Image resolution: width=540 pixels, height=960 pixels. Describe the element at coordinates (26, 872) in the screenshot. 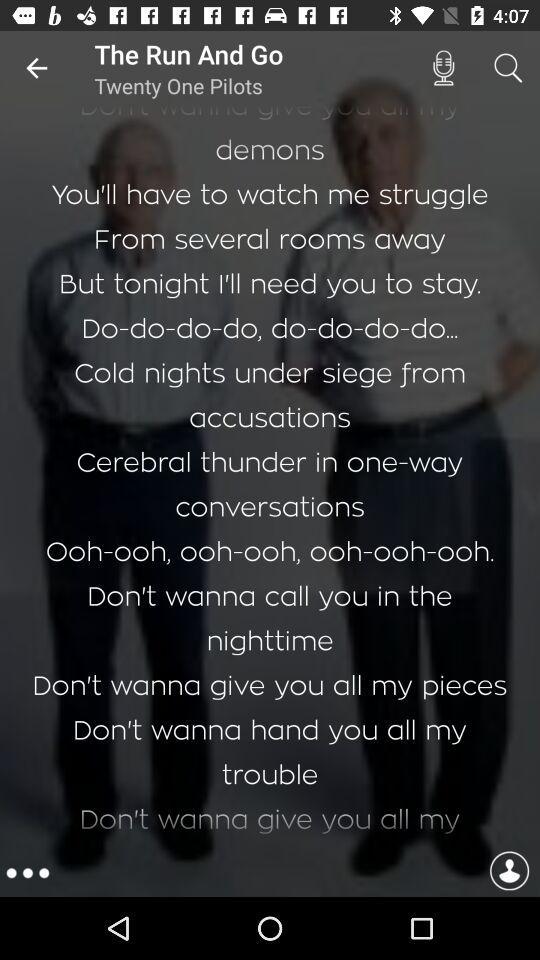

I see `item at the bottom left corner` at that location.